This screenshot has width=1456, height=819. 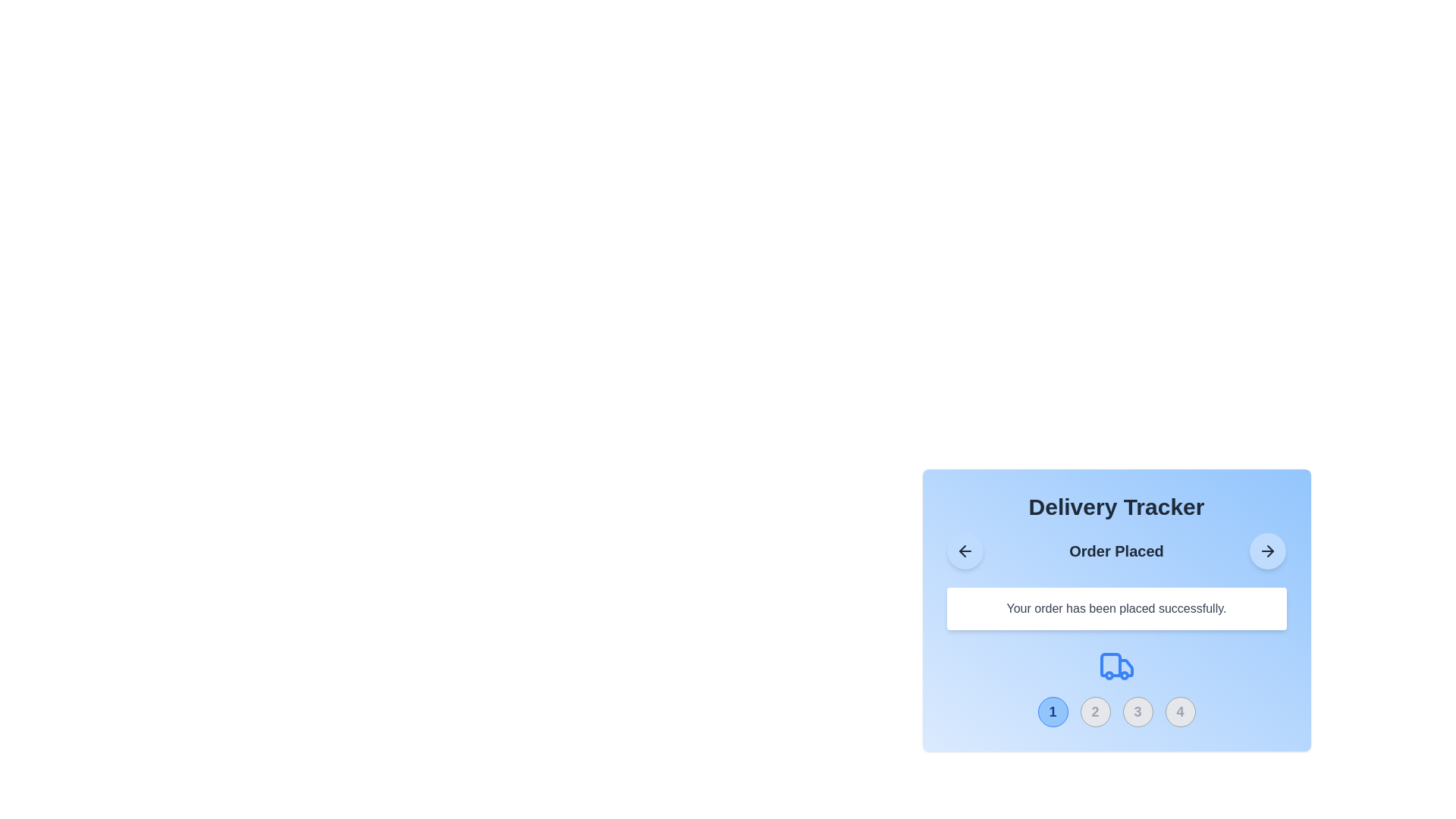 What do you see at coordinates (1116, 551) in the screenshot?
I see `'Order Placed' text label, which is styled in bold grayish-blue color and positioned centrally in the status panel, slightly below the main header` at bounding box center [1116, 551].